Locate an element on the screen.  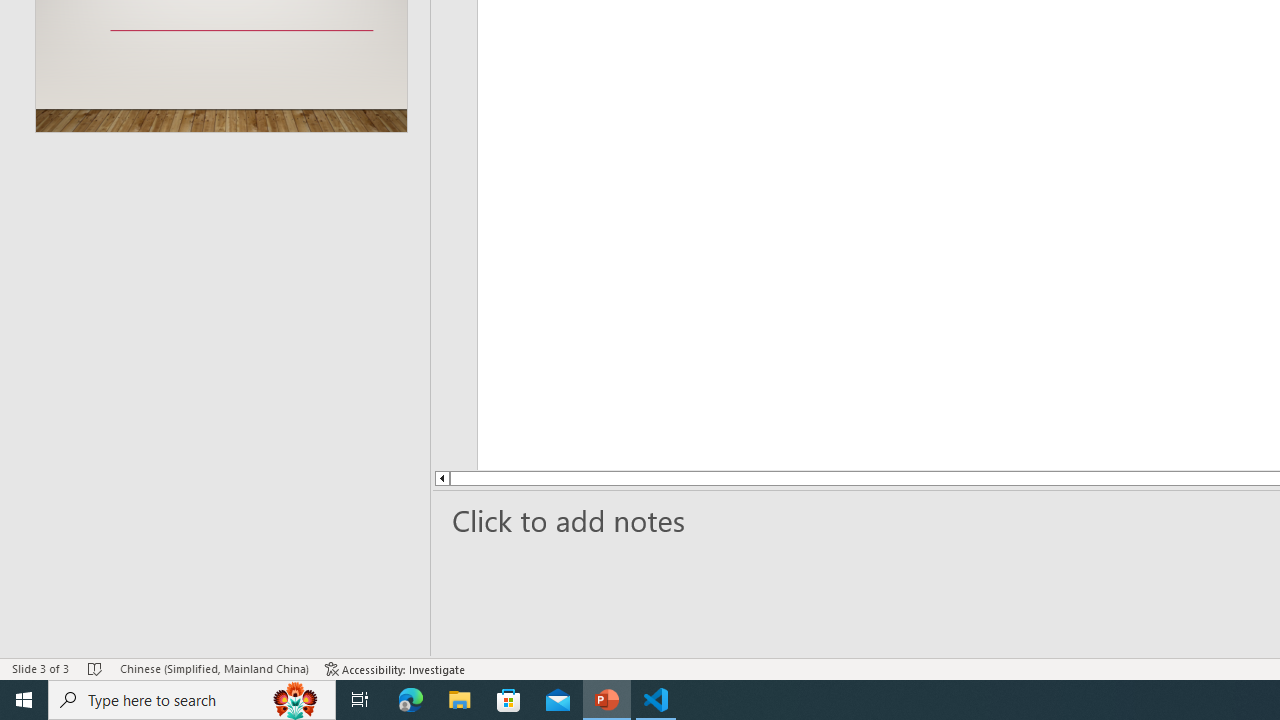
'Accessibility Checker Accessibility: Investigate' is located at coordinates (395, 669).